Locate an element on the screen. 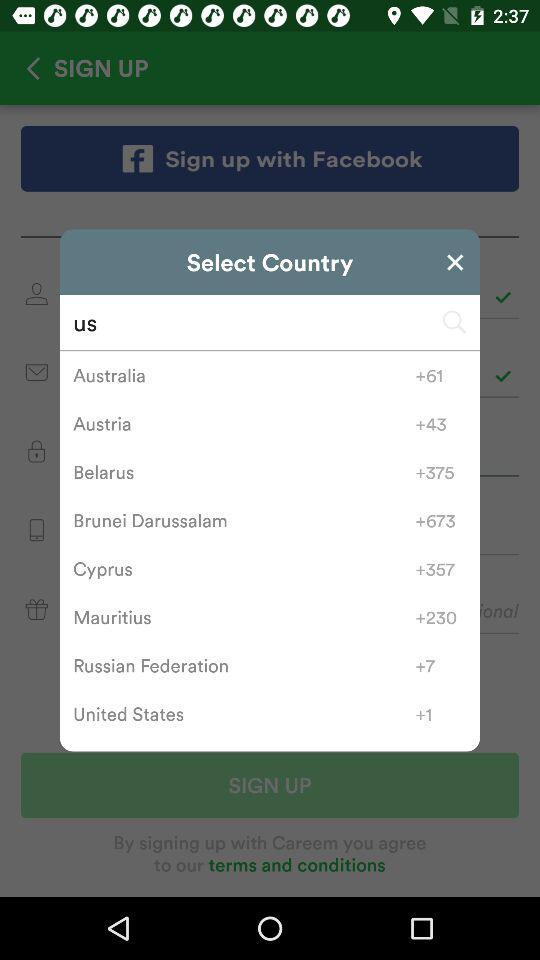  the item to the left of +673 is located at coordinates (244, 519).